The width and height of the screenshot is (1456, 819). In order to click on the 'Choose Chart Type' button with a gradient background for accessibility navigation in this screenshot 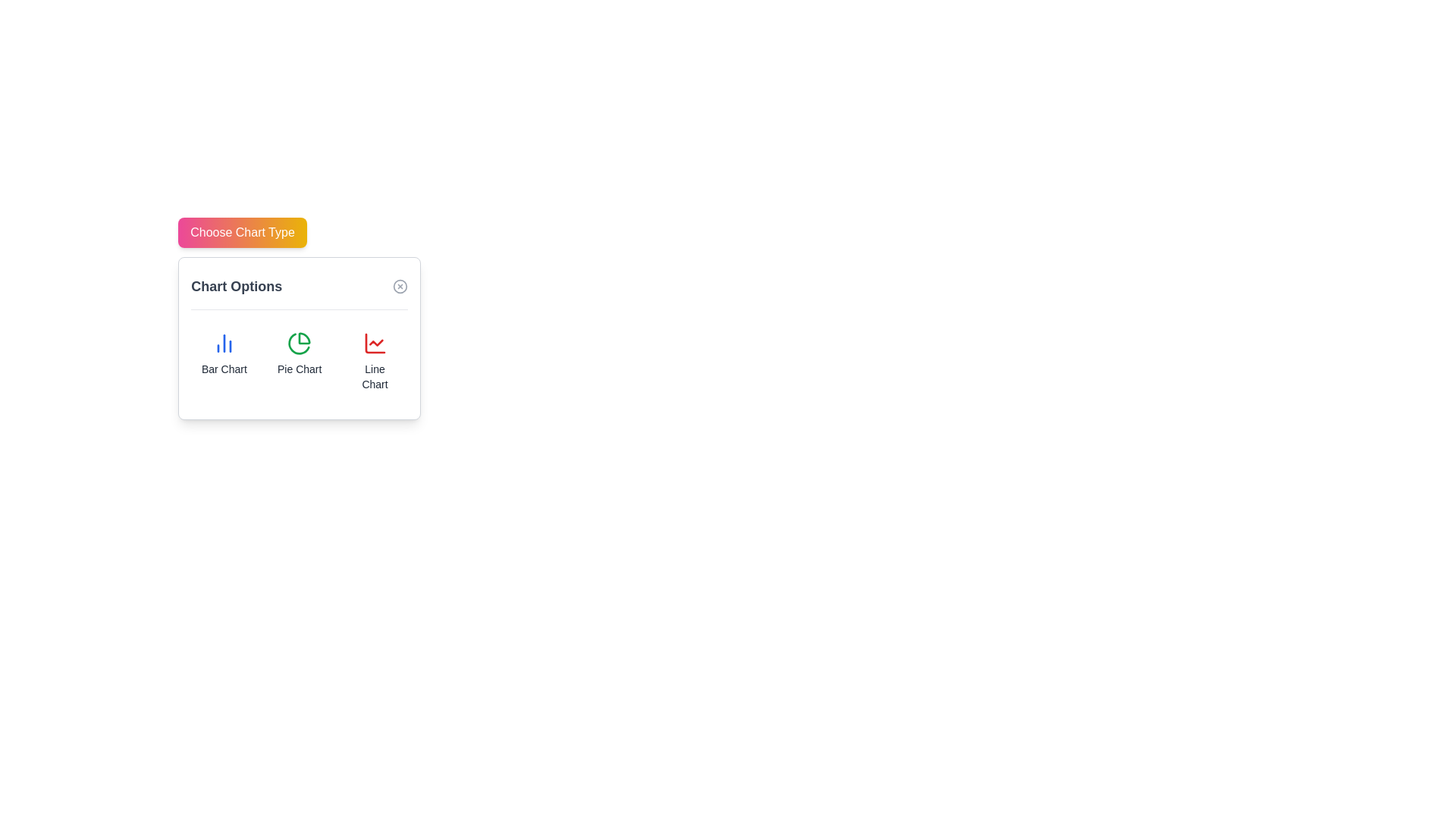, I will do `click(243, 233)`.